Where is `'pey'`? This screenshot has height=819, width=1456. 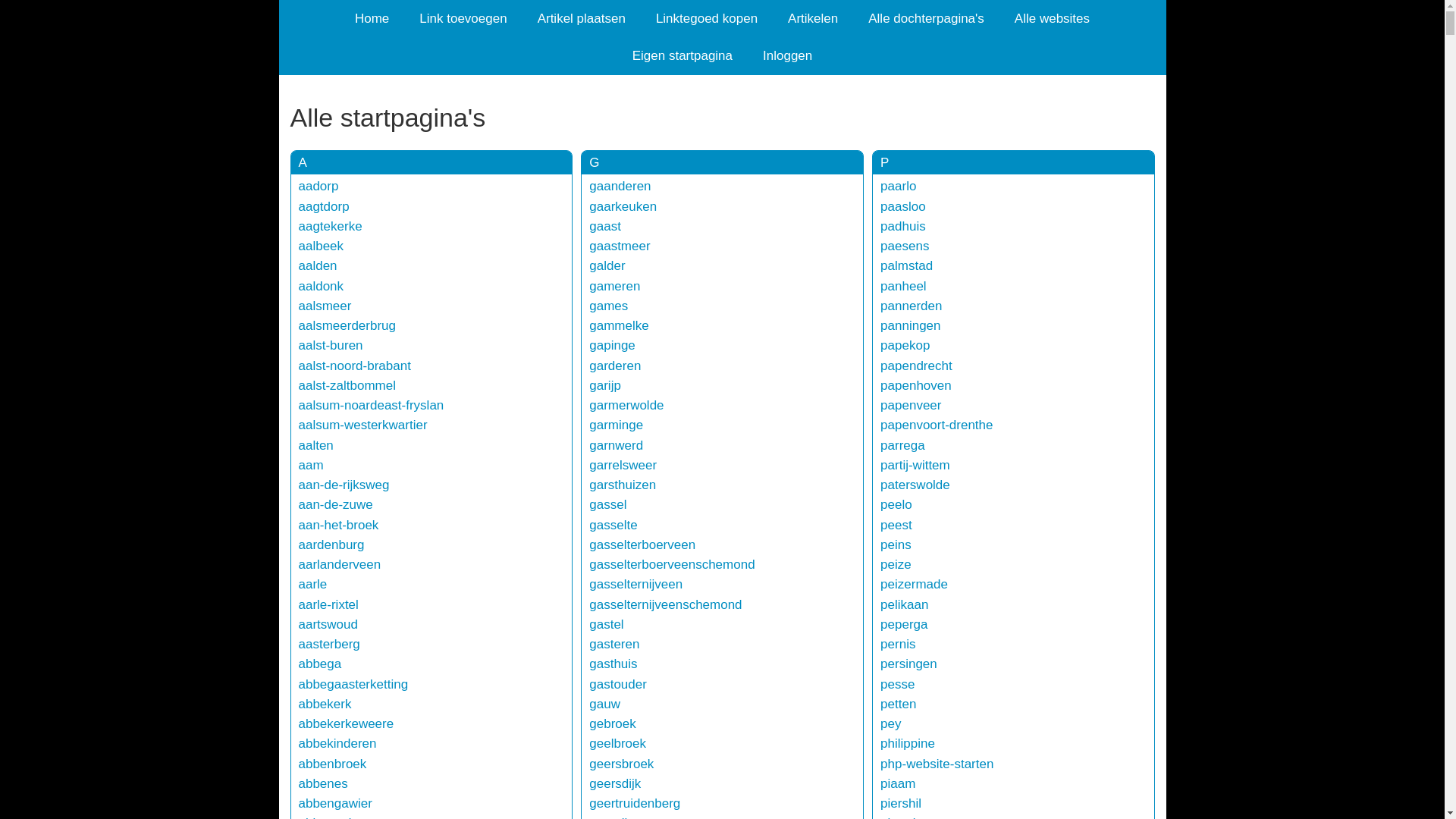
'pey' is located at coordinates (890, 723).